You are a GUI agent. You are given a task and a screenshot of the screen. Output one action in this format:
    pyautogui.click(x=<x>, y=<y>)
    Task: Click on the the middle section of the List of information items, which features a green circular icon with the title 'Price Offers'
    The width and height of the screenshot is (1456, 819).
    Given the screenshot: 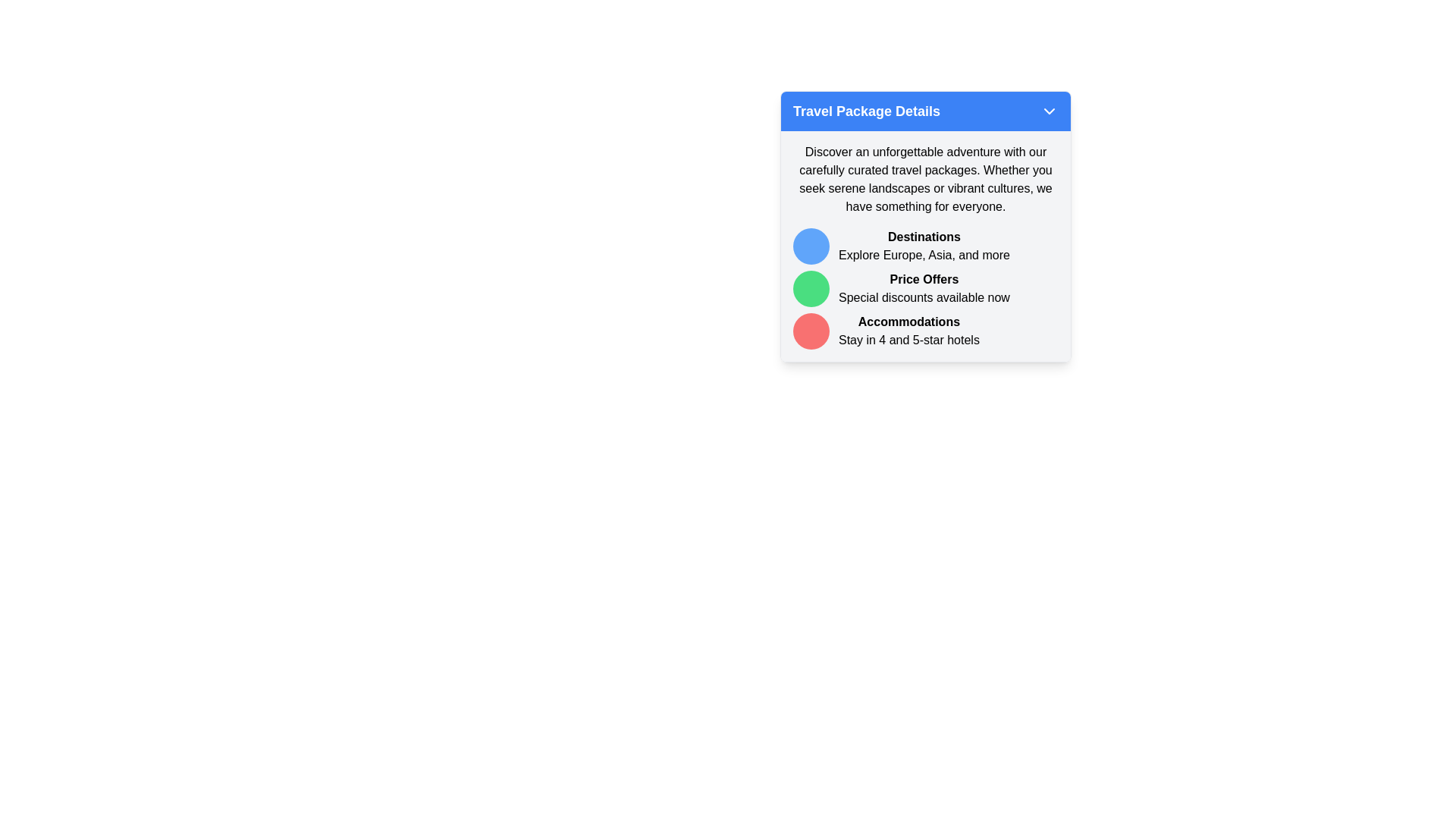 What is the action you would take?
    pyautogui.click(x=924, y=289)
    